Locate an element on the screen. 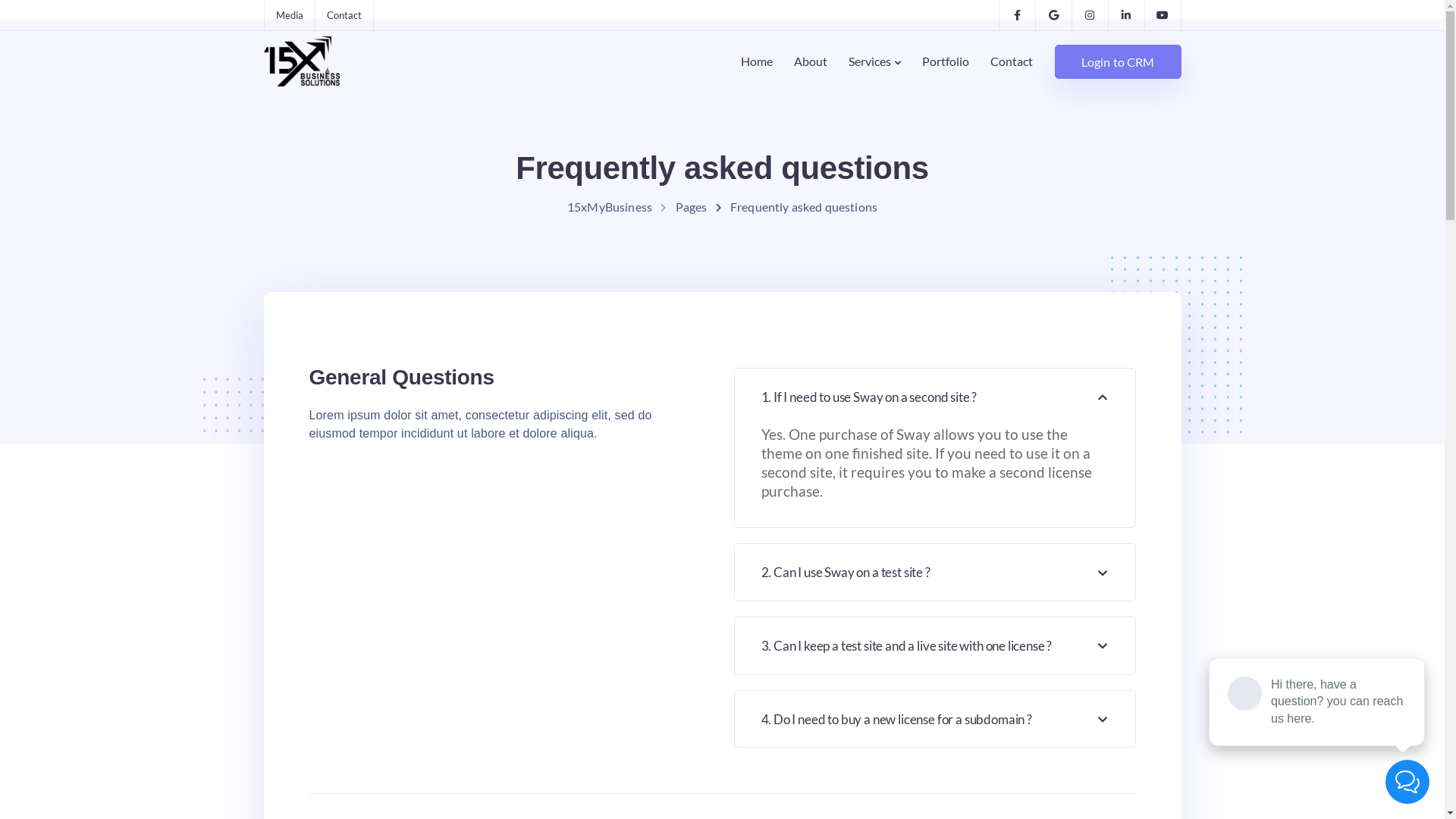 The image size is (1456, 819). 'Privacy Policy' is located at coordinates (641, 666).